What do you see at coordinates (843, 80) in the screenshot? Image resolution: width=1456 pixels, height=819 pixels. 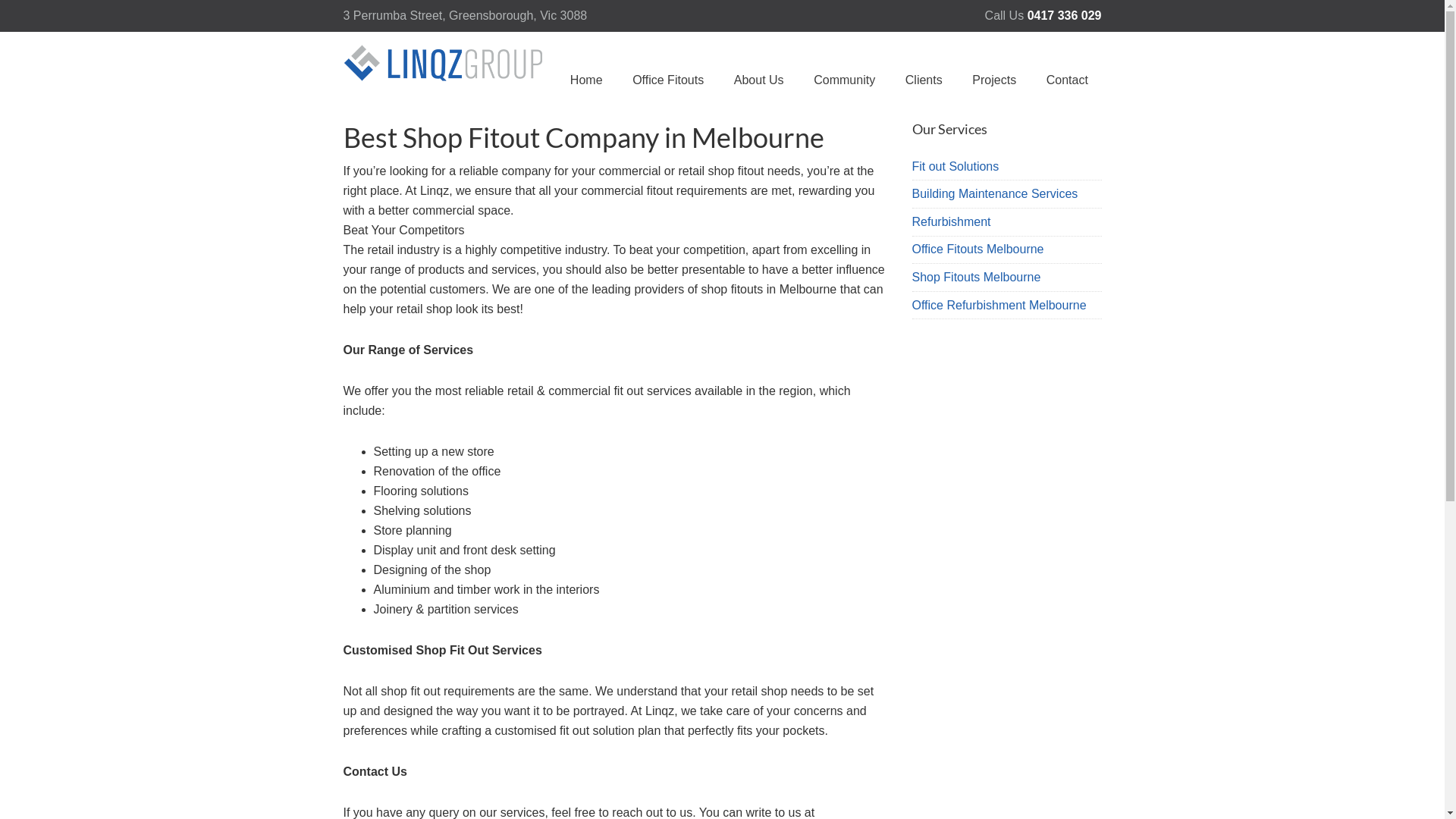 I see `'Community'` at bounding box center [843, 80].